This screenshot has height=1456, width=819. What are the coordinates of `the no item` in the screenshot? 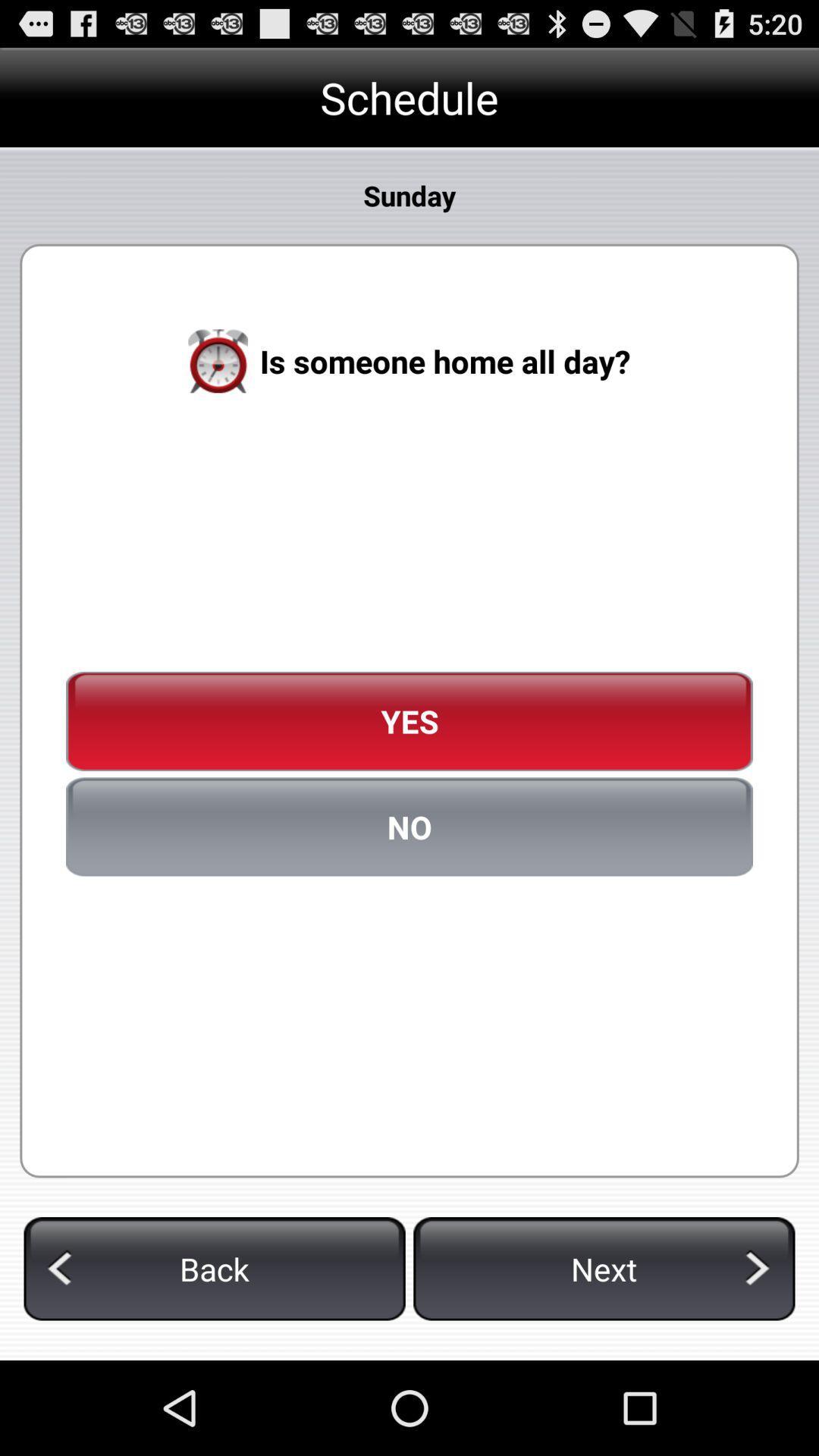 It's located at (409, 826).